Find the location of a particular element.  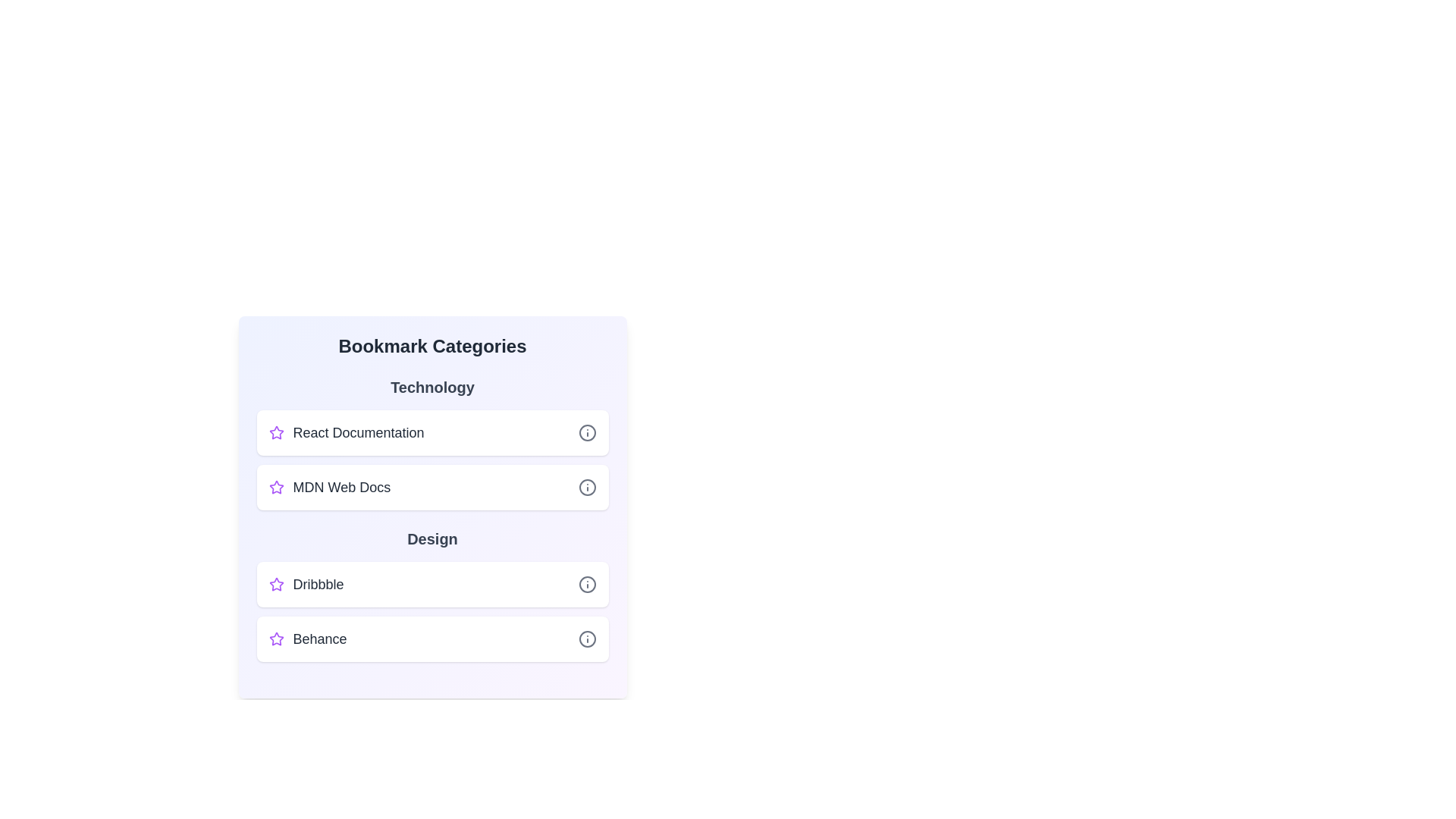

information icon next to the bookmark titled React Documentation is located at coordinates (586, 432).